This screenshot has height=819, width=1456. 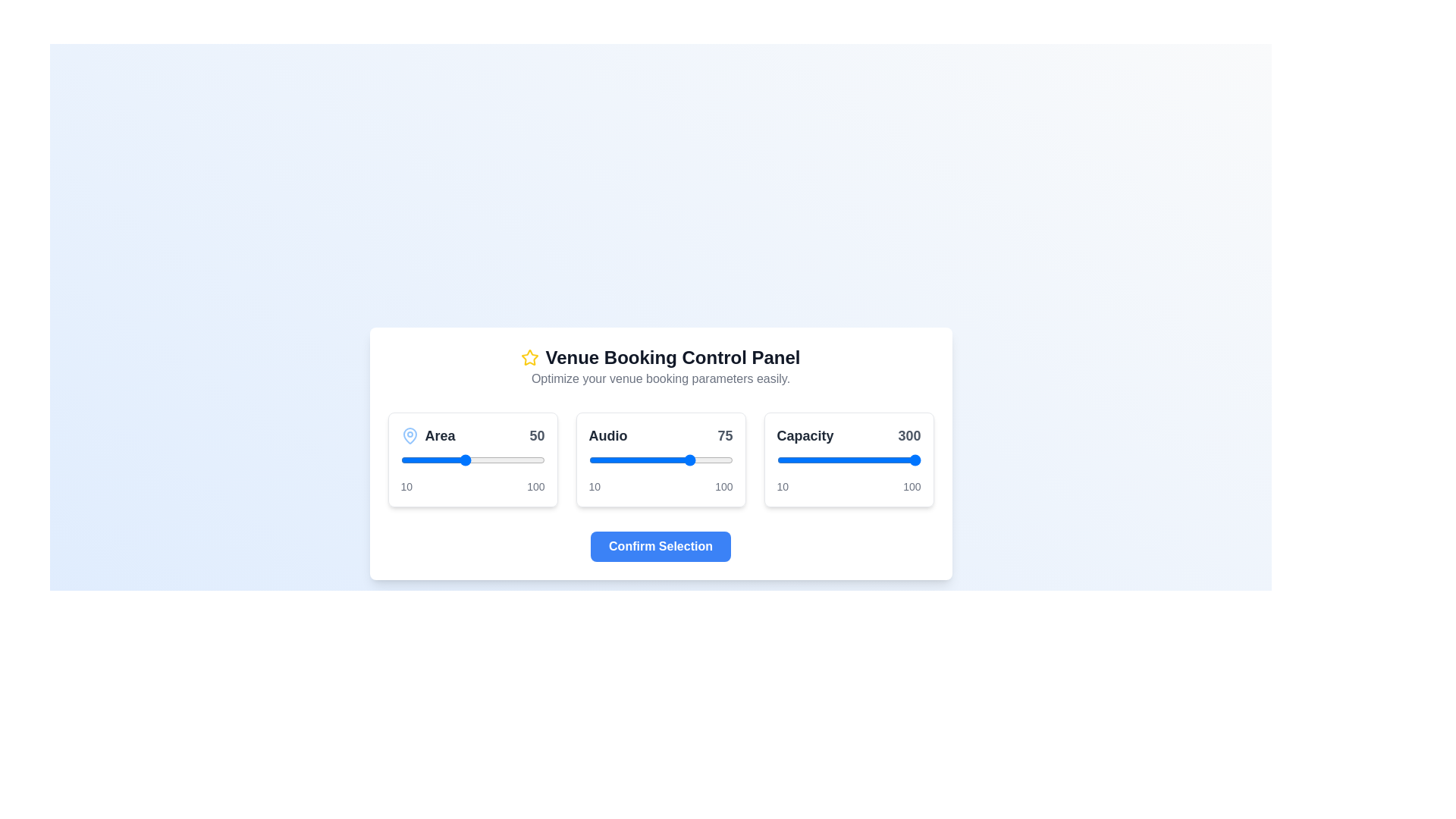 What do you see at coordinates (654, 459) in the screenshot?
I see `the audio level` at bounding box center [654, 459].